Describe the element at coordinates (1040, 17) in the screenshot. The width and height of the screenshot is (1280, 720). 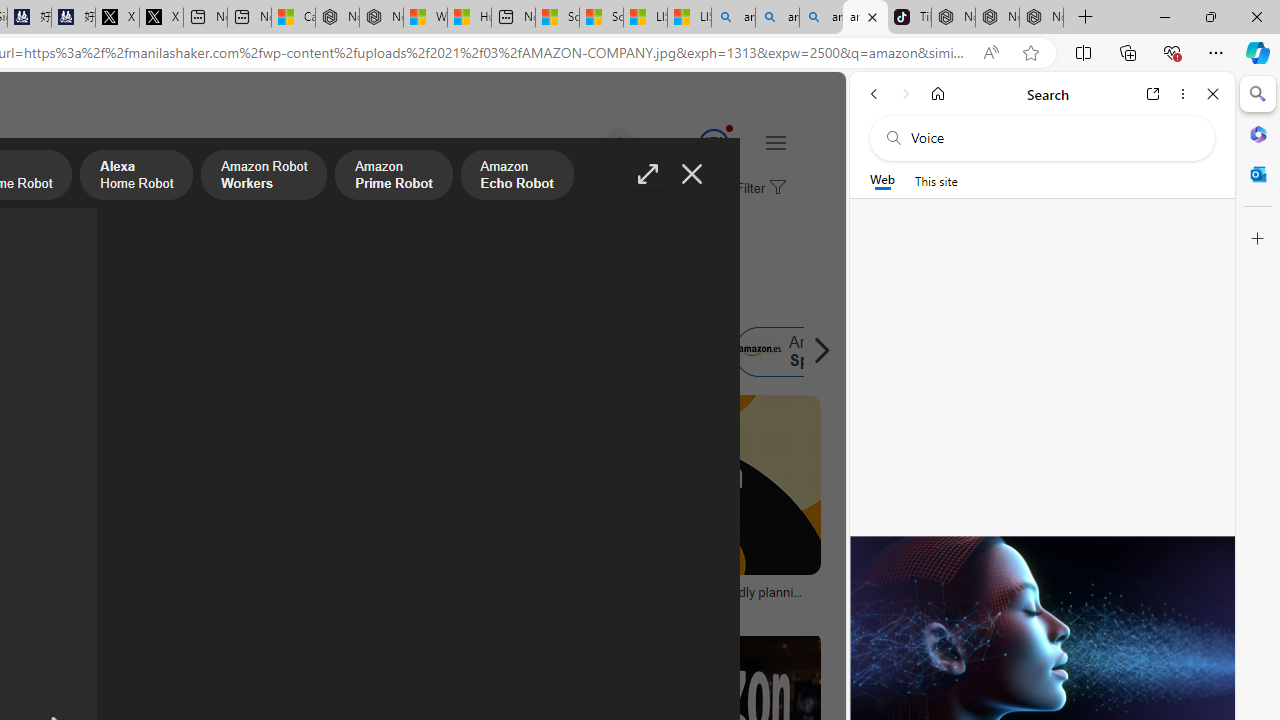
I see `'Nordace - Siena Pro 15 Essential Set'` at that location.